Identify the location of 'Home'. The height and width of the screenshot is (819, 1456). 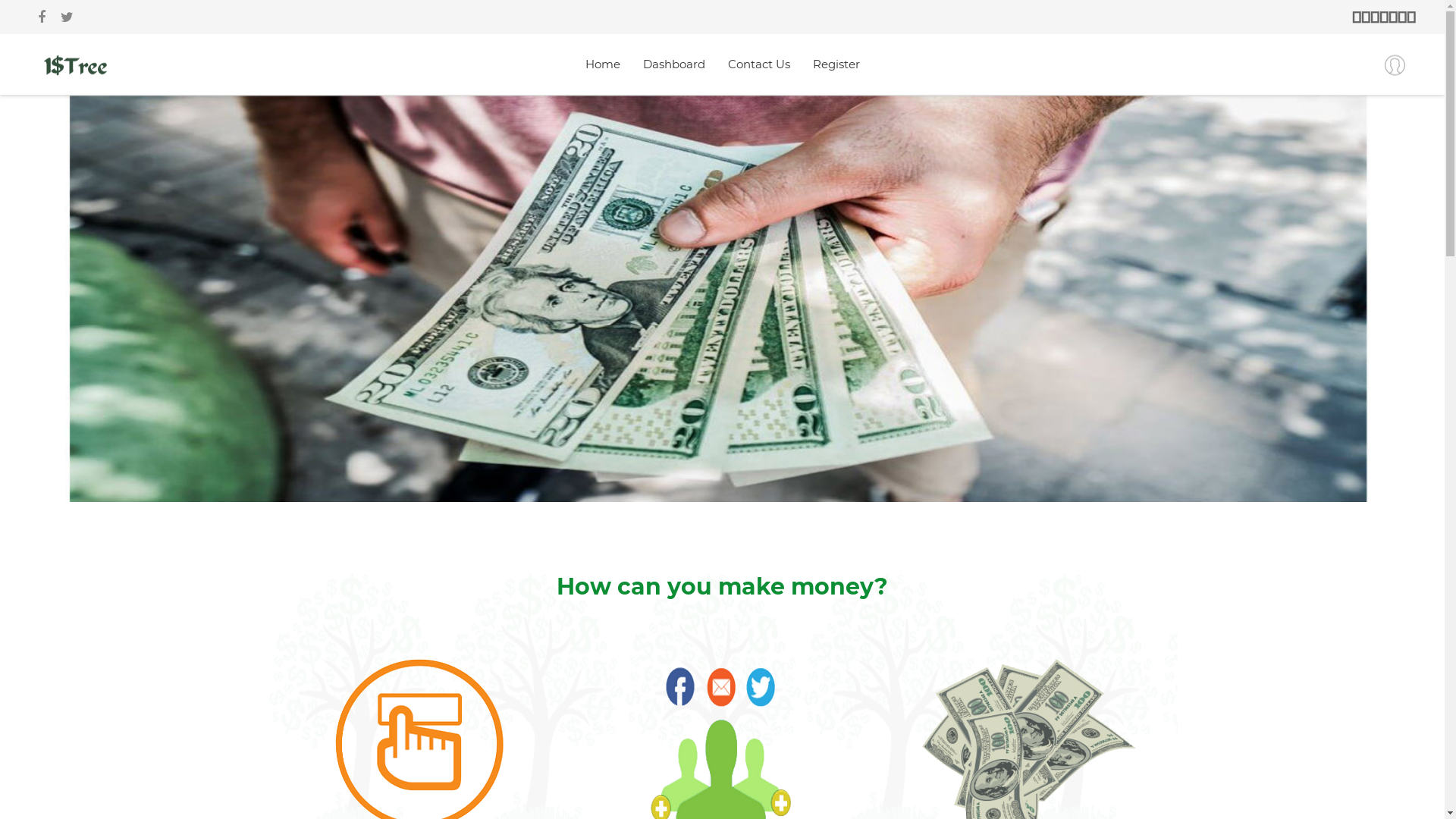
(602, 63).